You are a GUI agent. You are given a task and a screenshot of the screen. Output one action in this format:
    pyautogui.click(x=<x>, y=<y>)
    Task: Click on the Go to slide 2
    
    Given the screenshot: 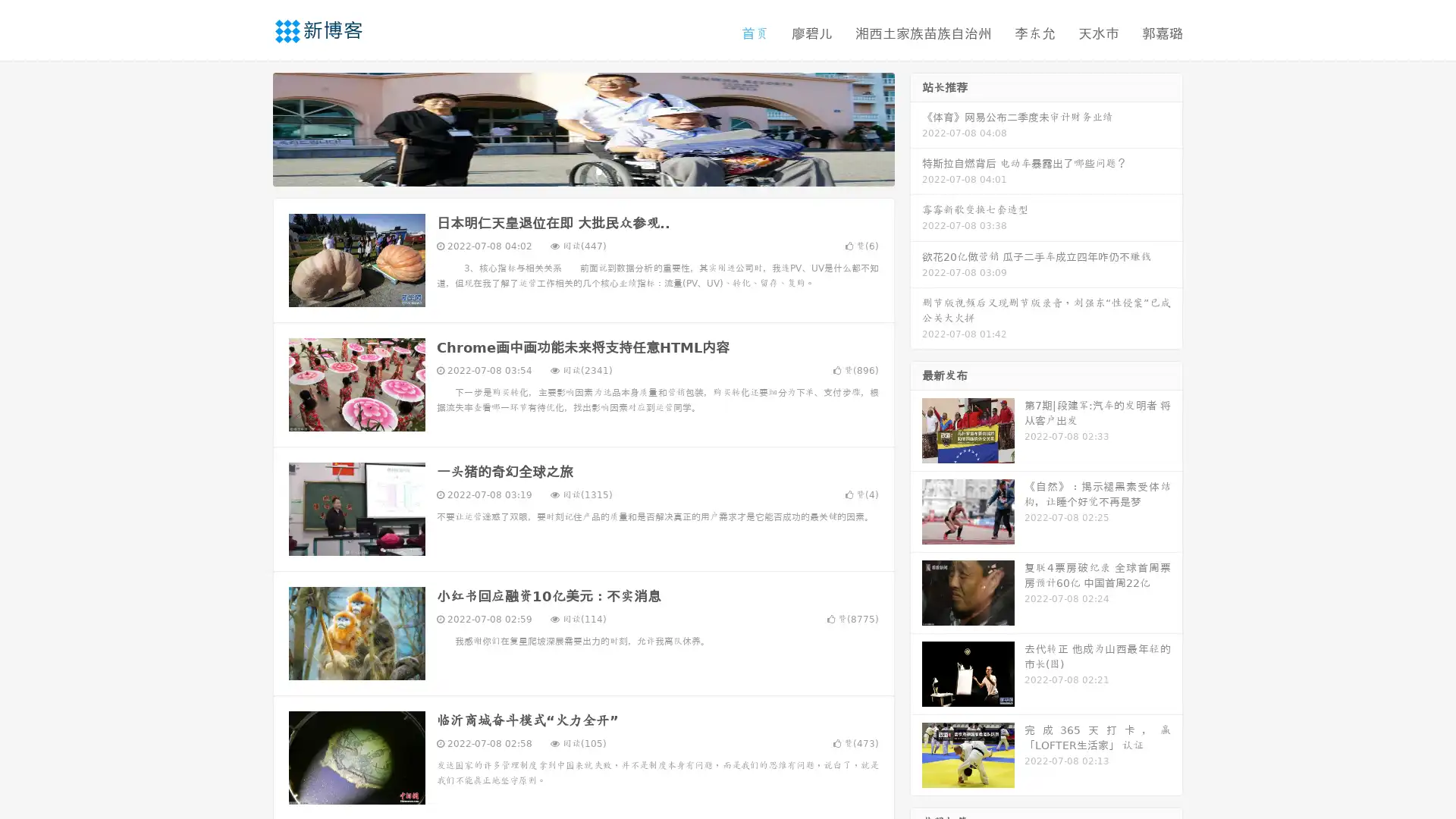 What is the action you would take?
    pyautogui.click(x=582, y=171)
    